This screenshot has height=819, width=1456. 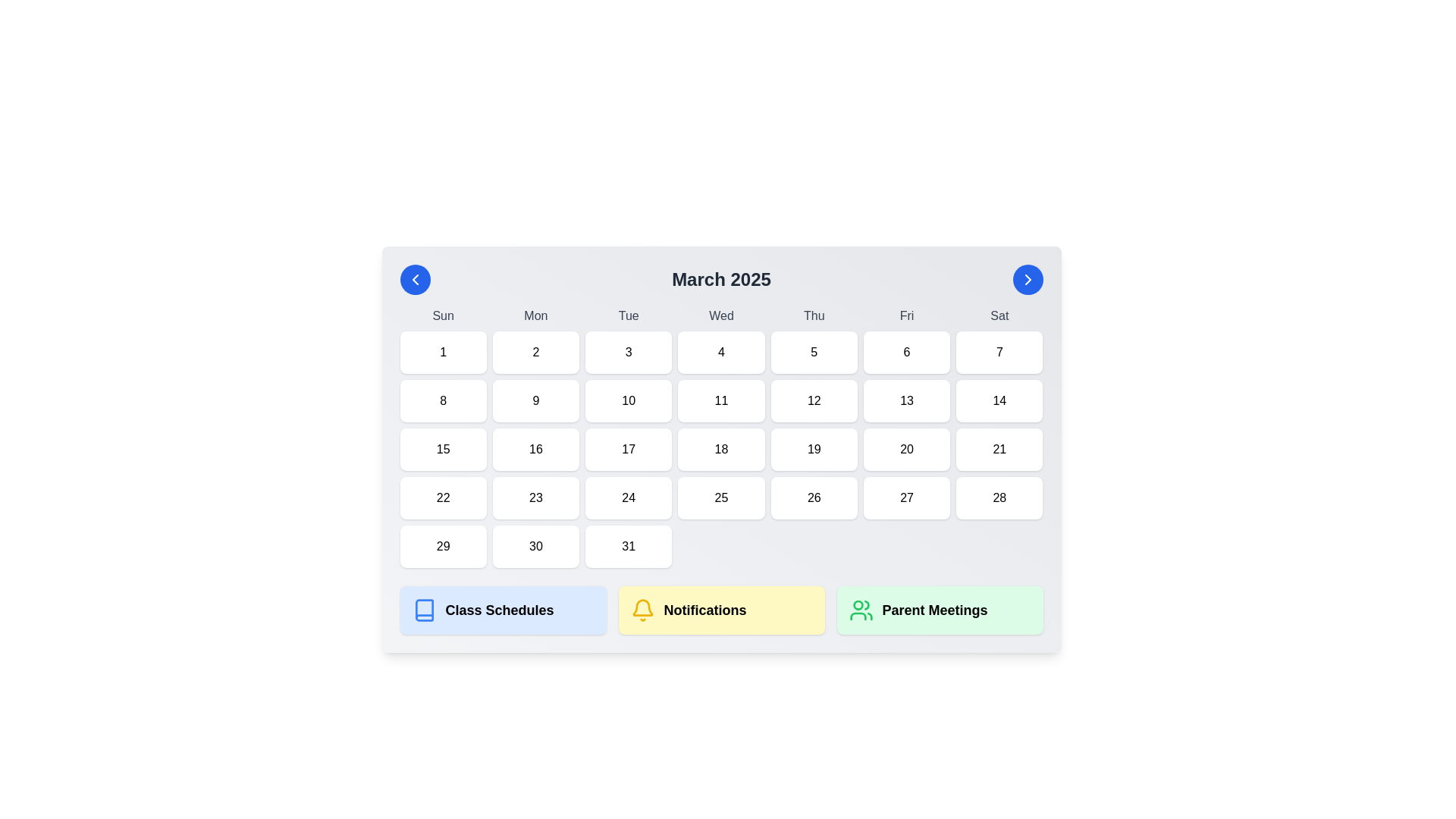 What do you see at coordinates (535, 400) in the screenshot?
I see `the calendar day cell displaying the digit '9', located in the third row and second column of the calendar grid directly below 'Mon'` at bounding box center [535, 400].